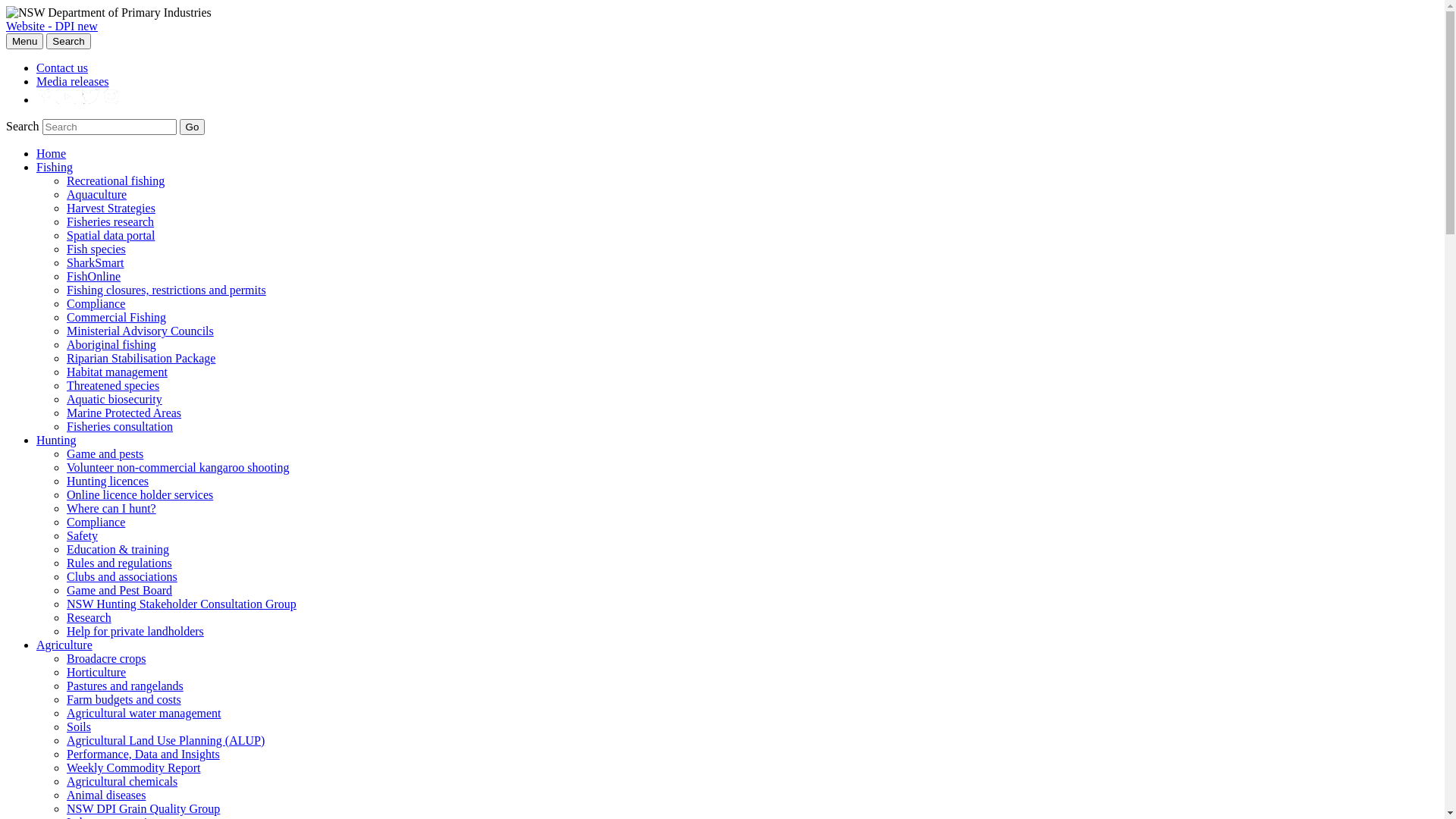  What do you see at coordinates (117, 549) in the screenshot?
I see `'Education & training'` at bounding box center [117, 549].